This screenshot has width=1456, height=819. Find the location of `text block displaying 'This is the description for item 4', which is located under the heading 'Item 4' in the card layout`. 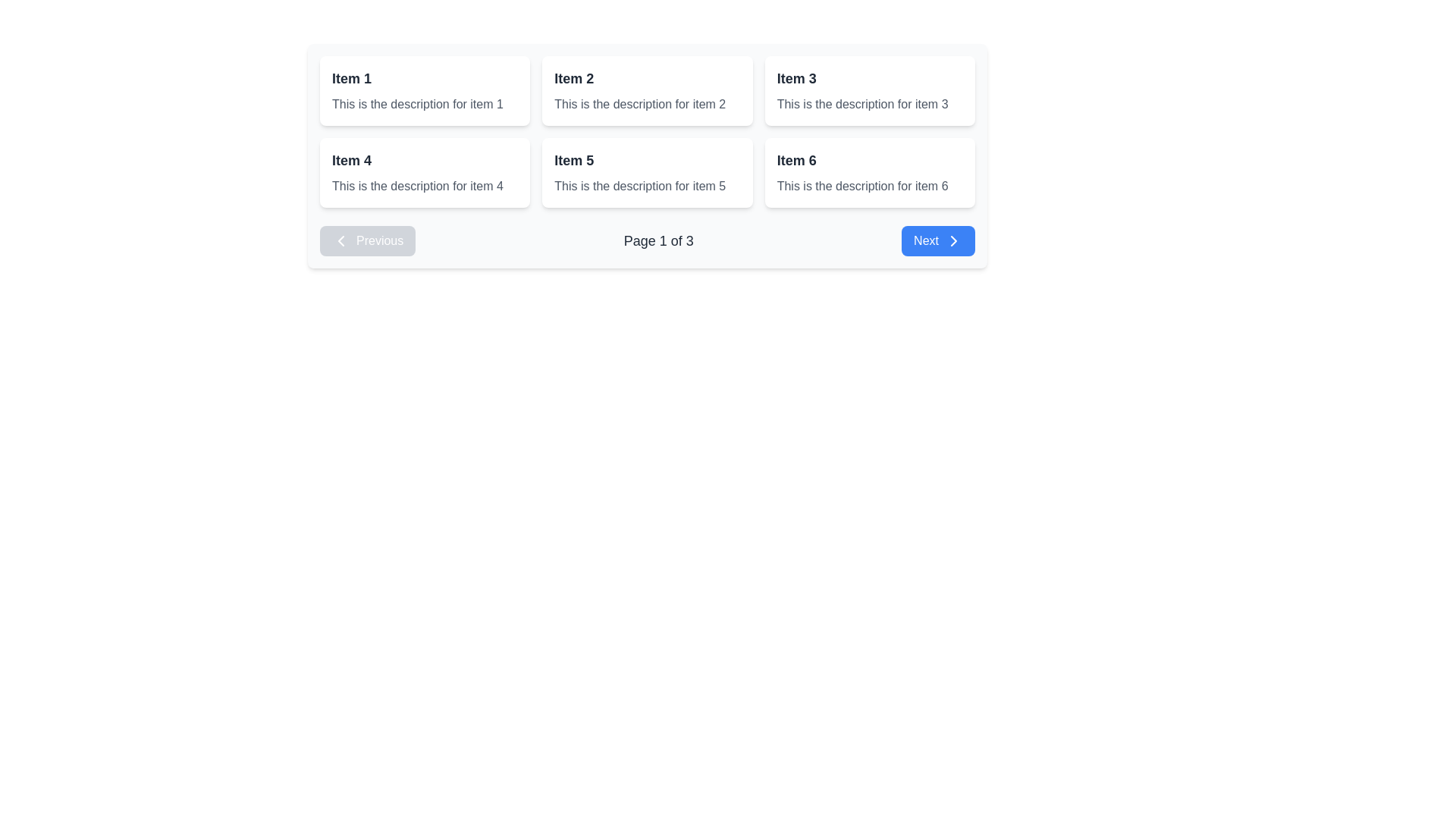

text block displaying 'This is the description for item 4', which is located under the heading 'Item 4' in the card layout is located at coordinates (417, 186).